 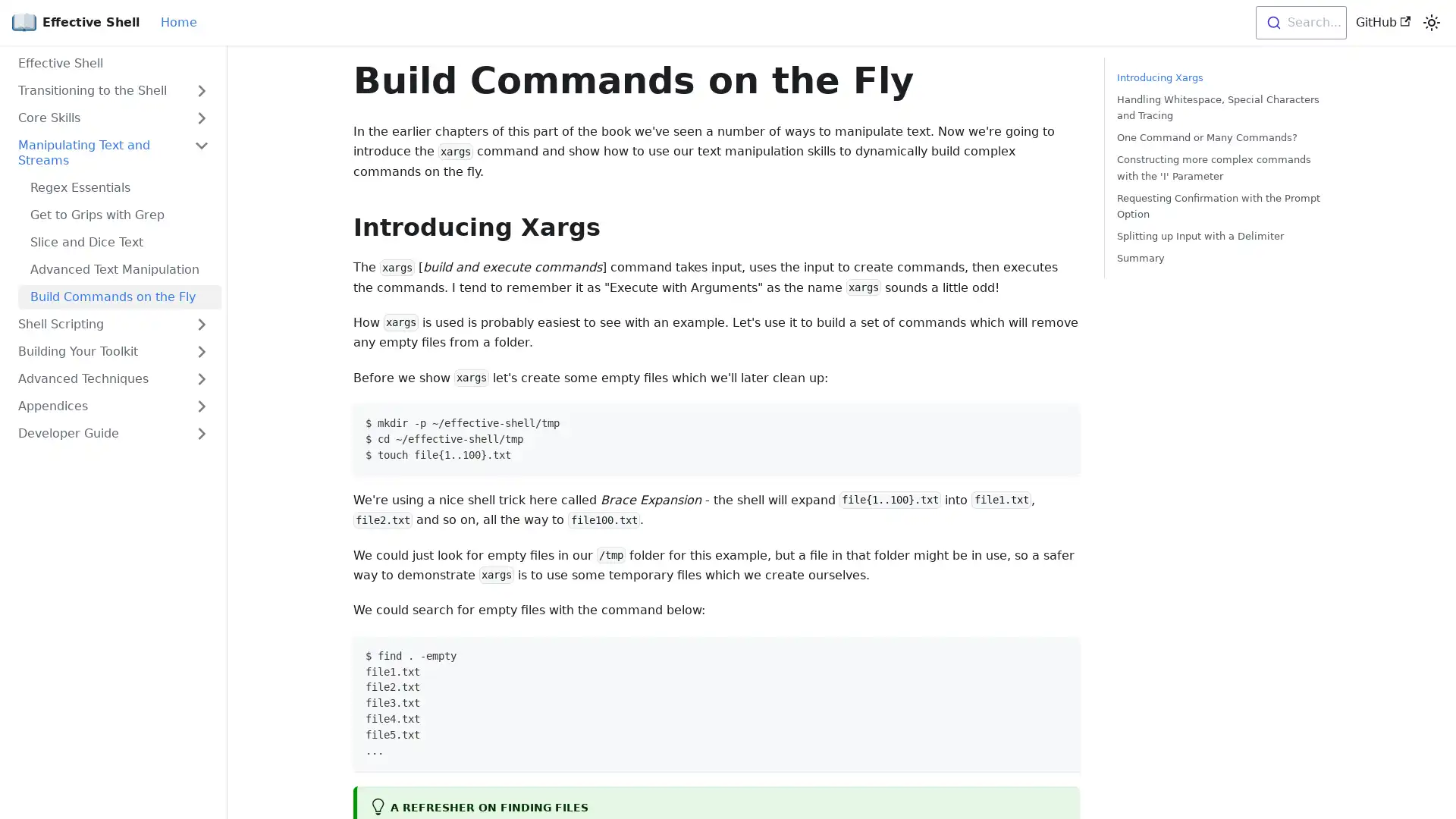 I want to click on Search..., so click(x=1299, y=23).